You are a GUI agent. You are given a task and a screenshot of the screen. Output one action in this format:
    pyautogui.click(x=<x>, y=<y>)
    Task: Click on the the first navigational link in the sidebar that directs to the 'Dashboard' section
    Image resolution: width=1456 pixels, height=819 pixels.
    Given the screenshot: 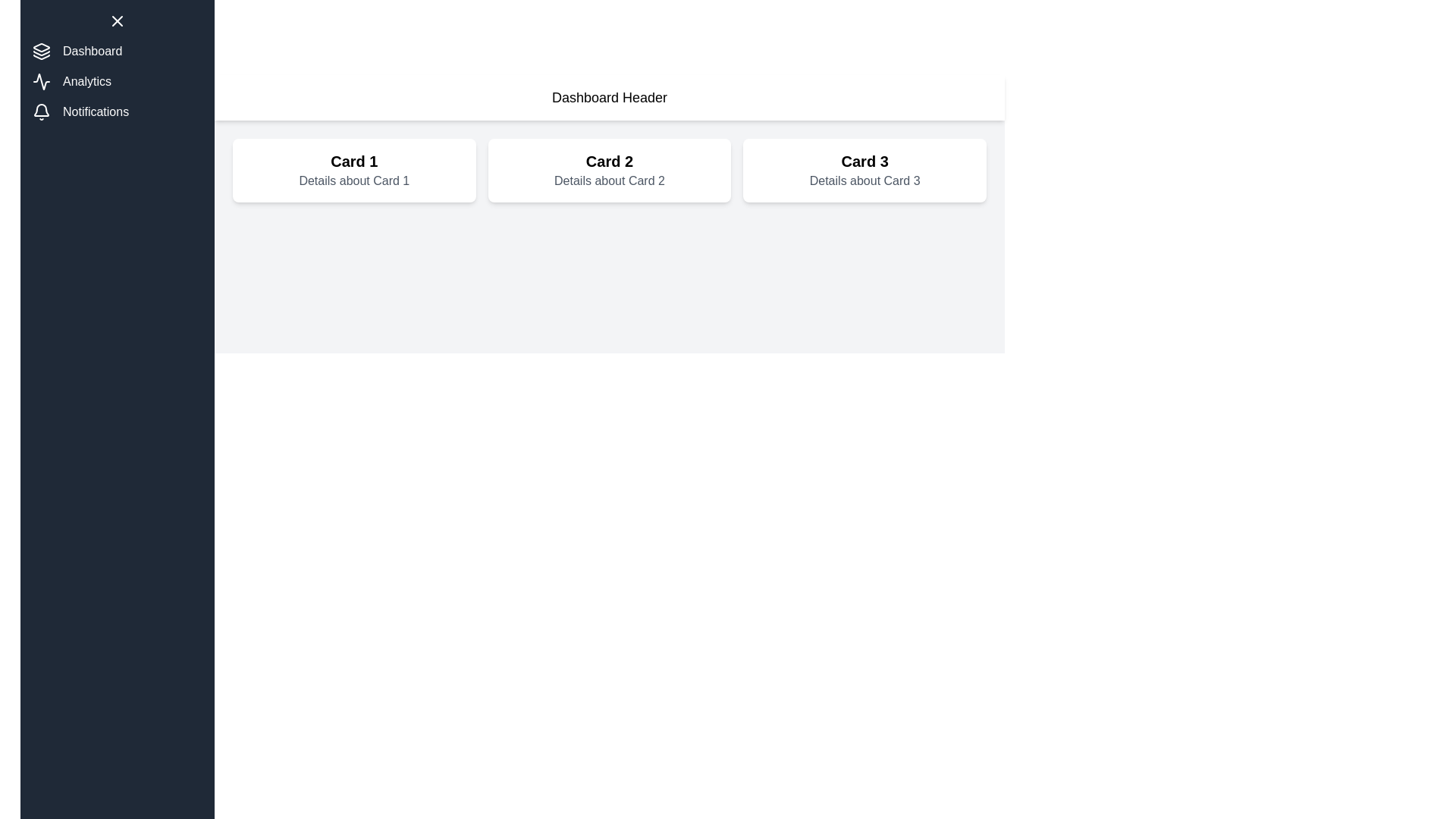 What is the action you would take?
    pyautogui.click(x=116, y=51)
    